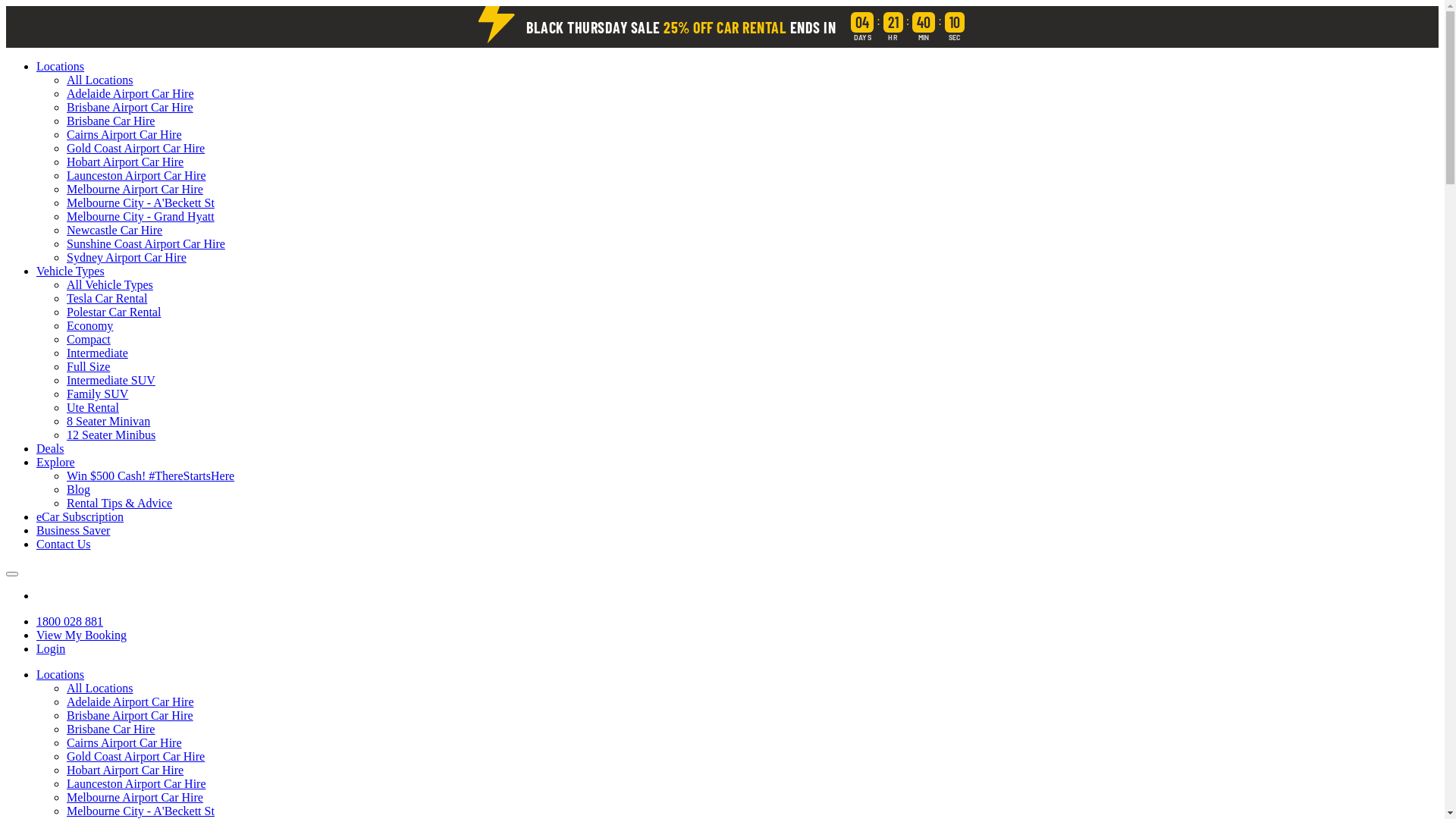 Image resolution: width=1456 pixels, height=819 pixels. Describe the element at coordinates (140, 810) in the screenshot. I see `'Melbourne City - A'Beckett St'` at that location.